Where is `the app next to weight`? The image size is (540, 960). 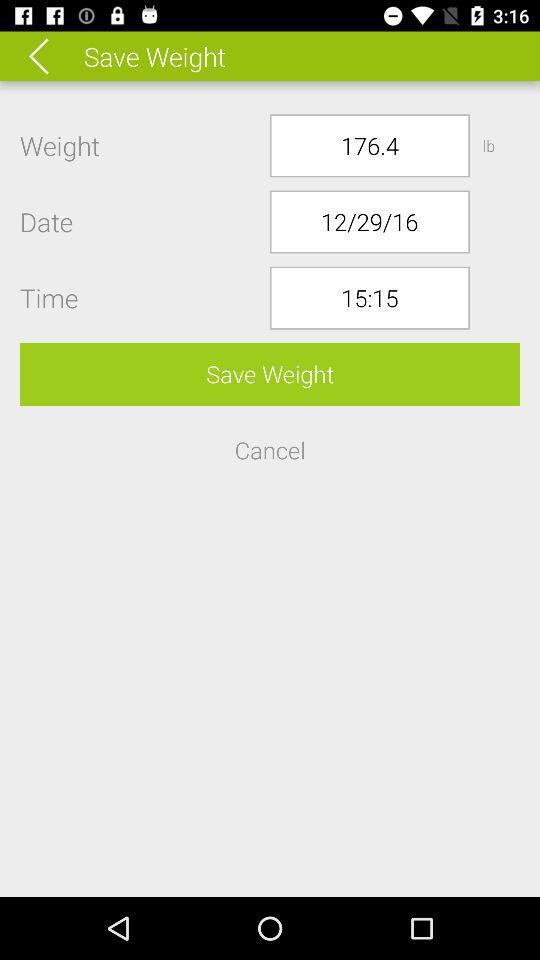
the app next to weight is located at coordinates (368, 144).